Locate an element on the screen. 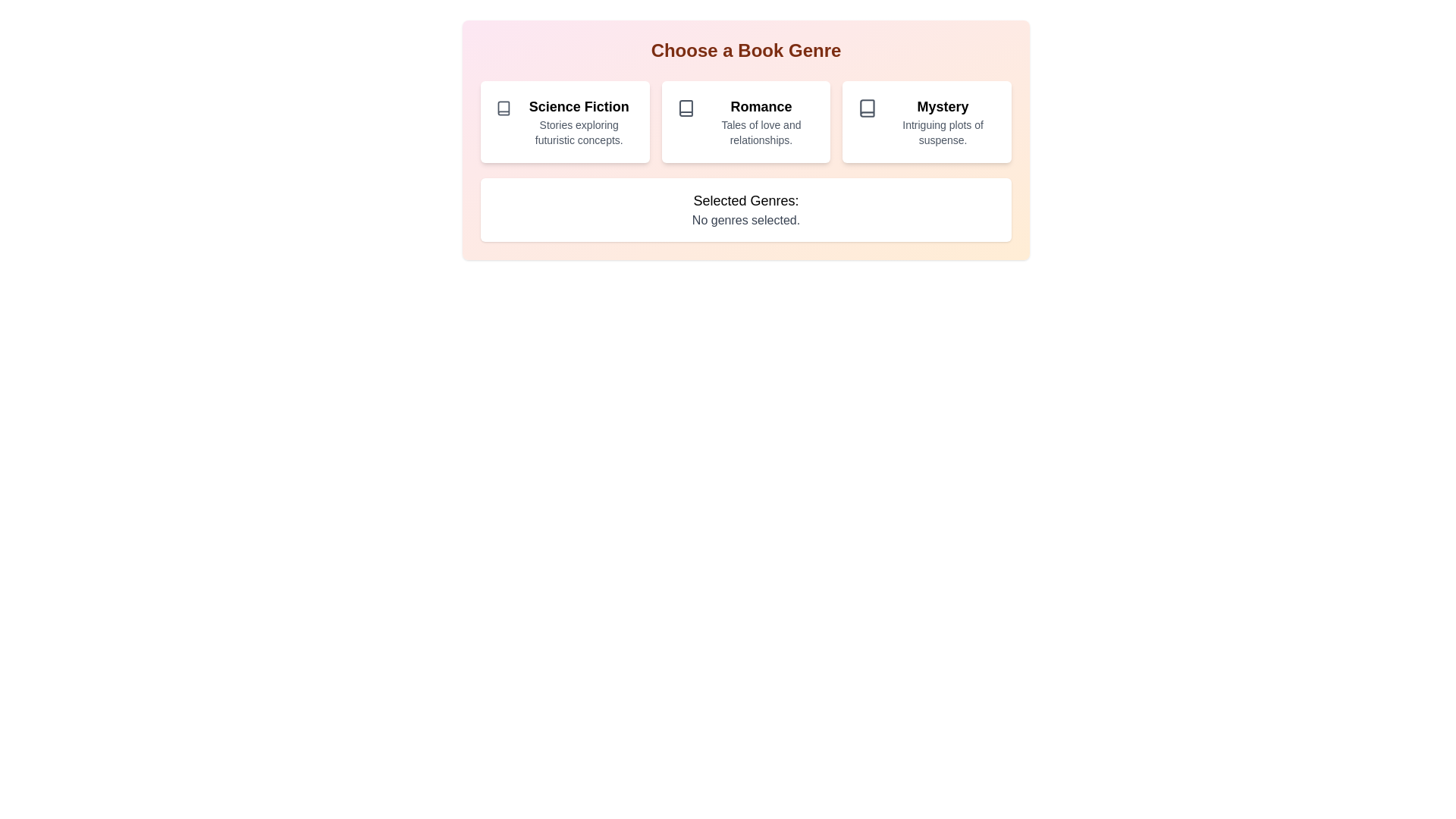 The width and height of the screenshot is (1456, 819). the 'Science Fiction' label, which is prominently displayed in bold above the descriptive text within the genre card layout, located in the 'Choose a Book Genre' section is located at coordinates (578, 106).